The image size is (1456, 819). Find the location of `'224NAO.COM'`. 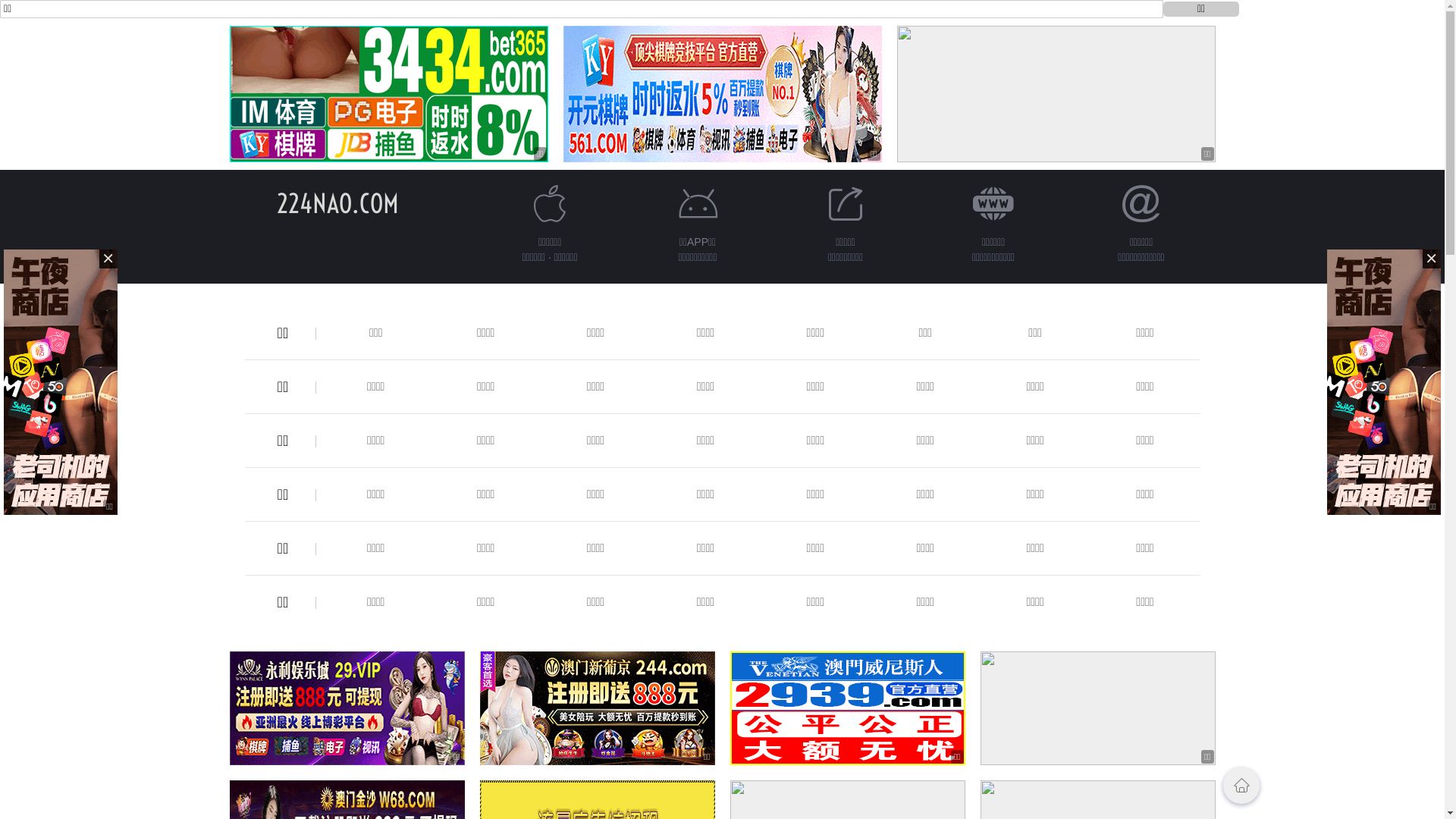

'224NAO.COM' is located at coordinates (337, 202).